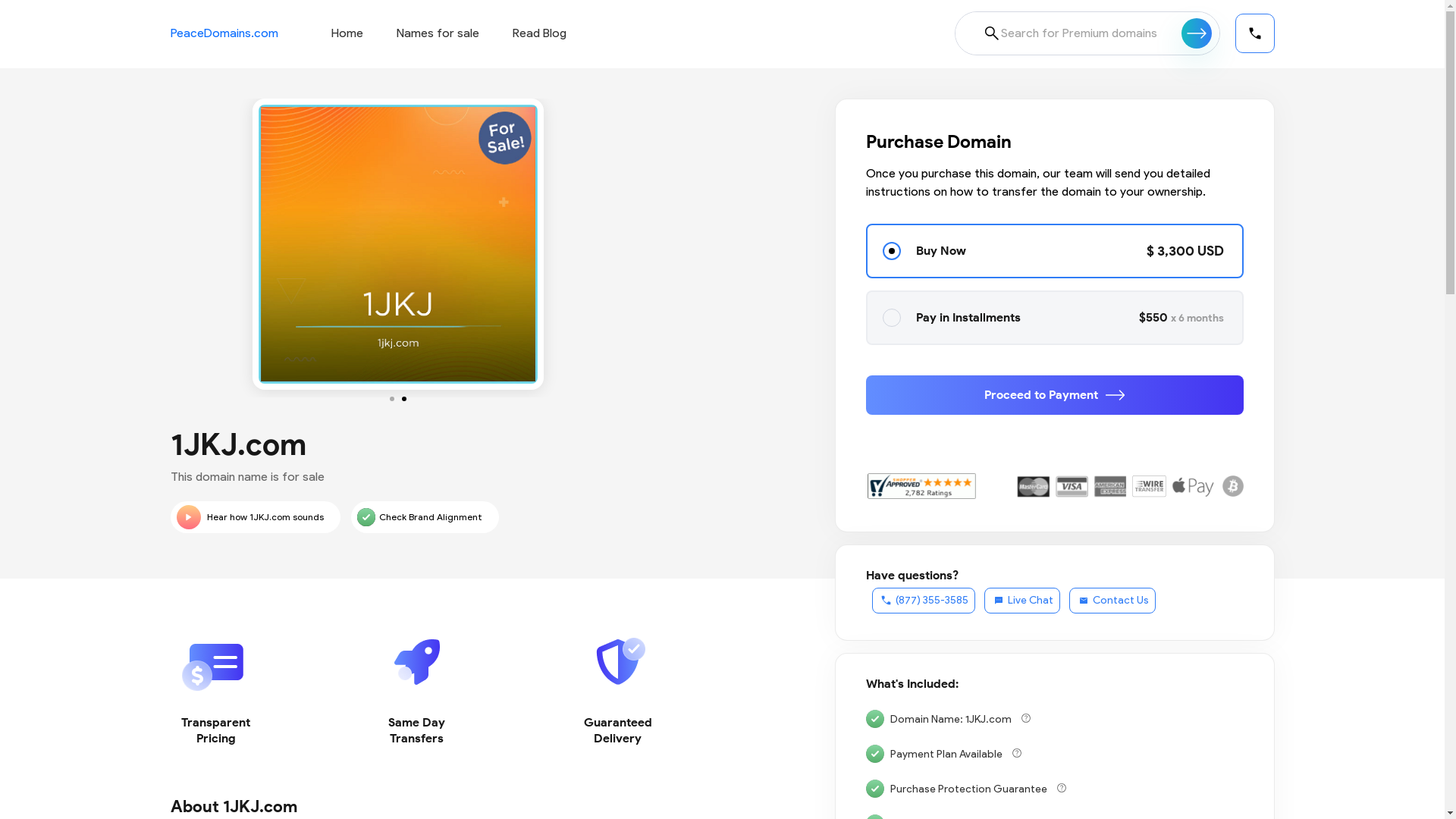  I want to click on '(877) 355-3585', so click(872, 599).